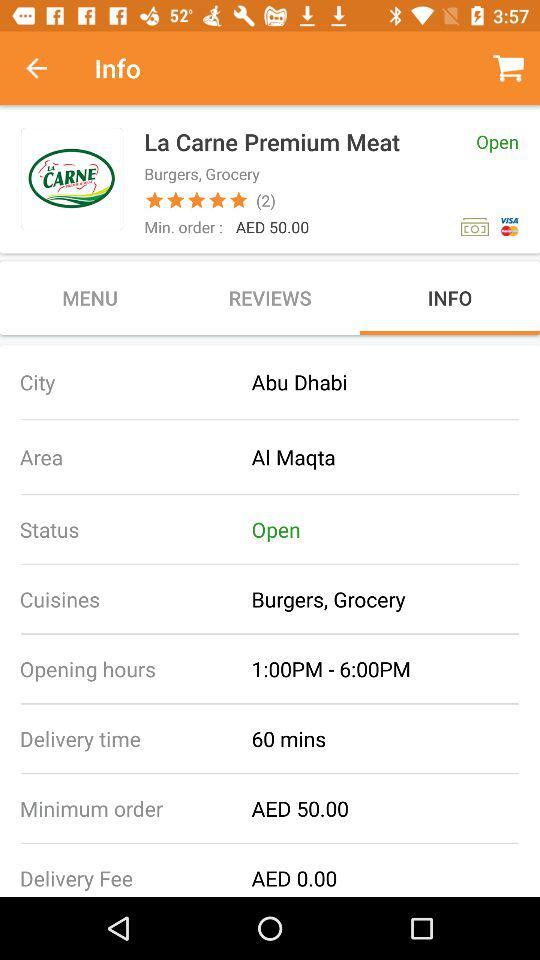 Image resolution: width=540 pixels, height=960 pixels. I want to click on go back, so click(47, 68).